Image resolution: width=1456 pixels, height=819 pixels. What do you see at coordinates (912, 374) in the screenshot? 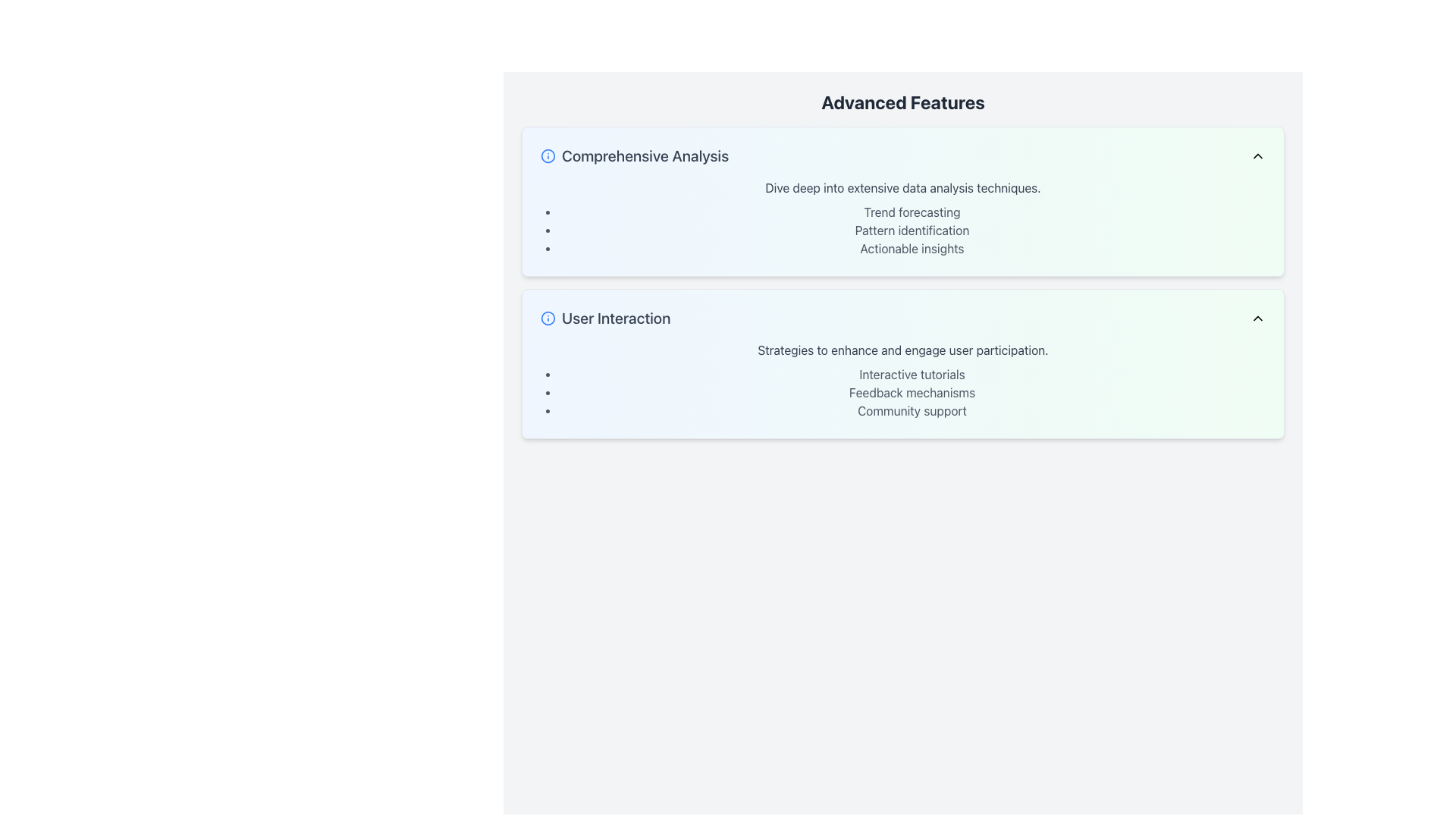
I see `the text label displaying 'Interactive tutorials', which is the first entry in the bulleted list under the 'User Interaction' section` at bounding box center [912, 374].